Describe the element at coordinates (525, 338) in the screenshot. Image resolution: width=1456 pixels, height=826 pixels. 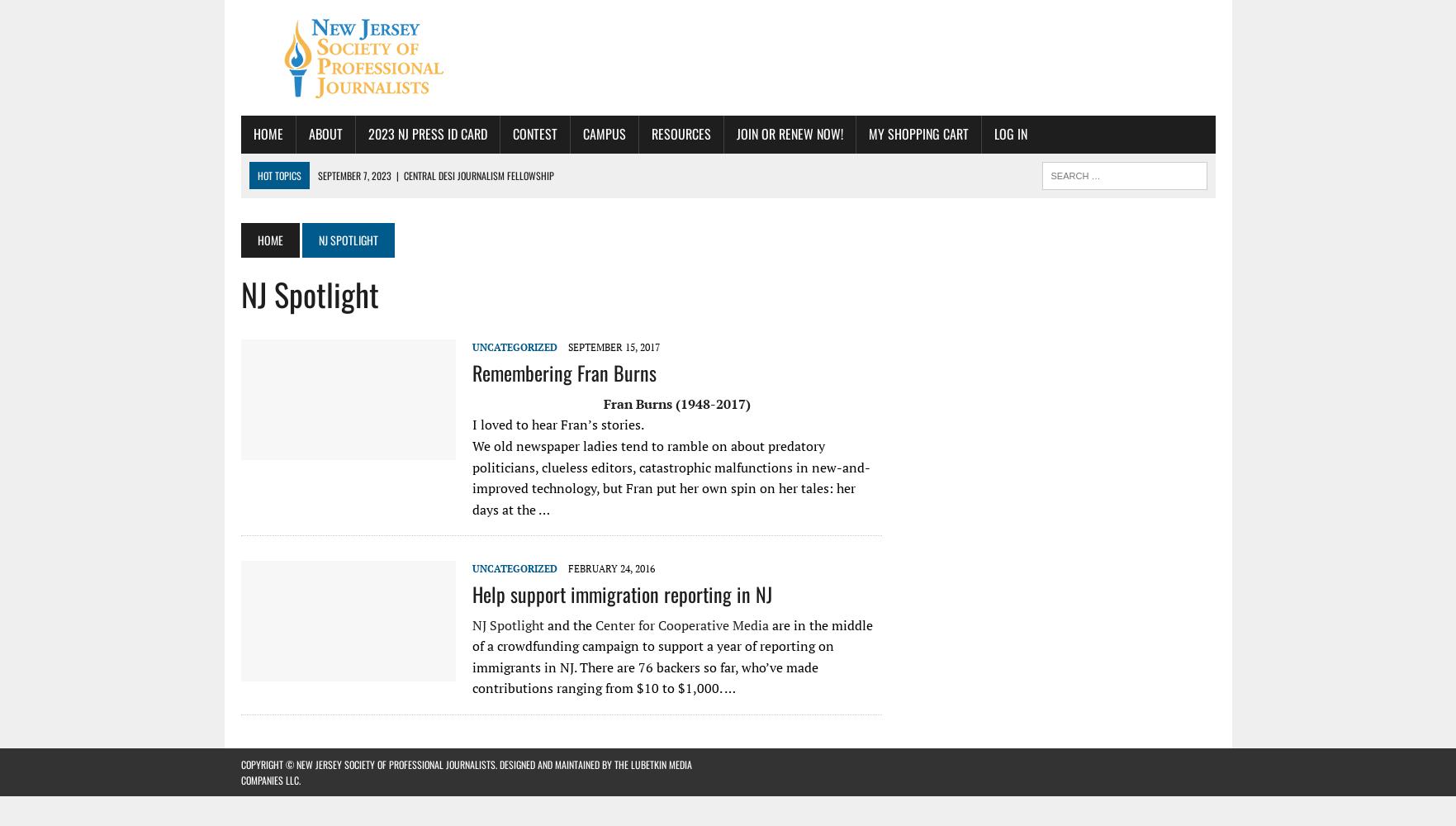
I see `'NJ-SPJ Excellence in Journalism Awards Announced; Awards Ceremony Nov. 4 in Lyndhurst'` at that location.